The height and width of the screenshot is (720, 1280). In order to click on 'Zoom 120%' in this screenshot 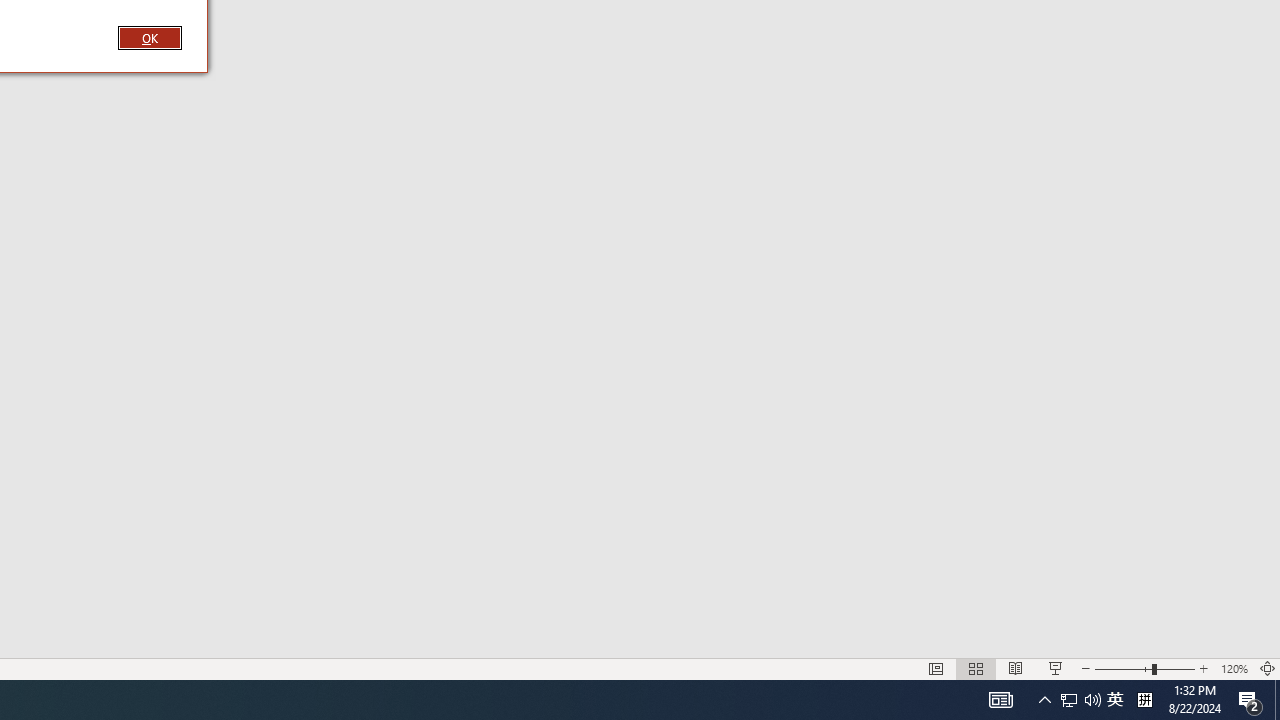, I will do `click(1233, 669)`.